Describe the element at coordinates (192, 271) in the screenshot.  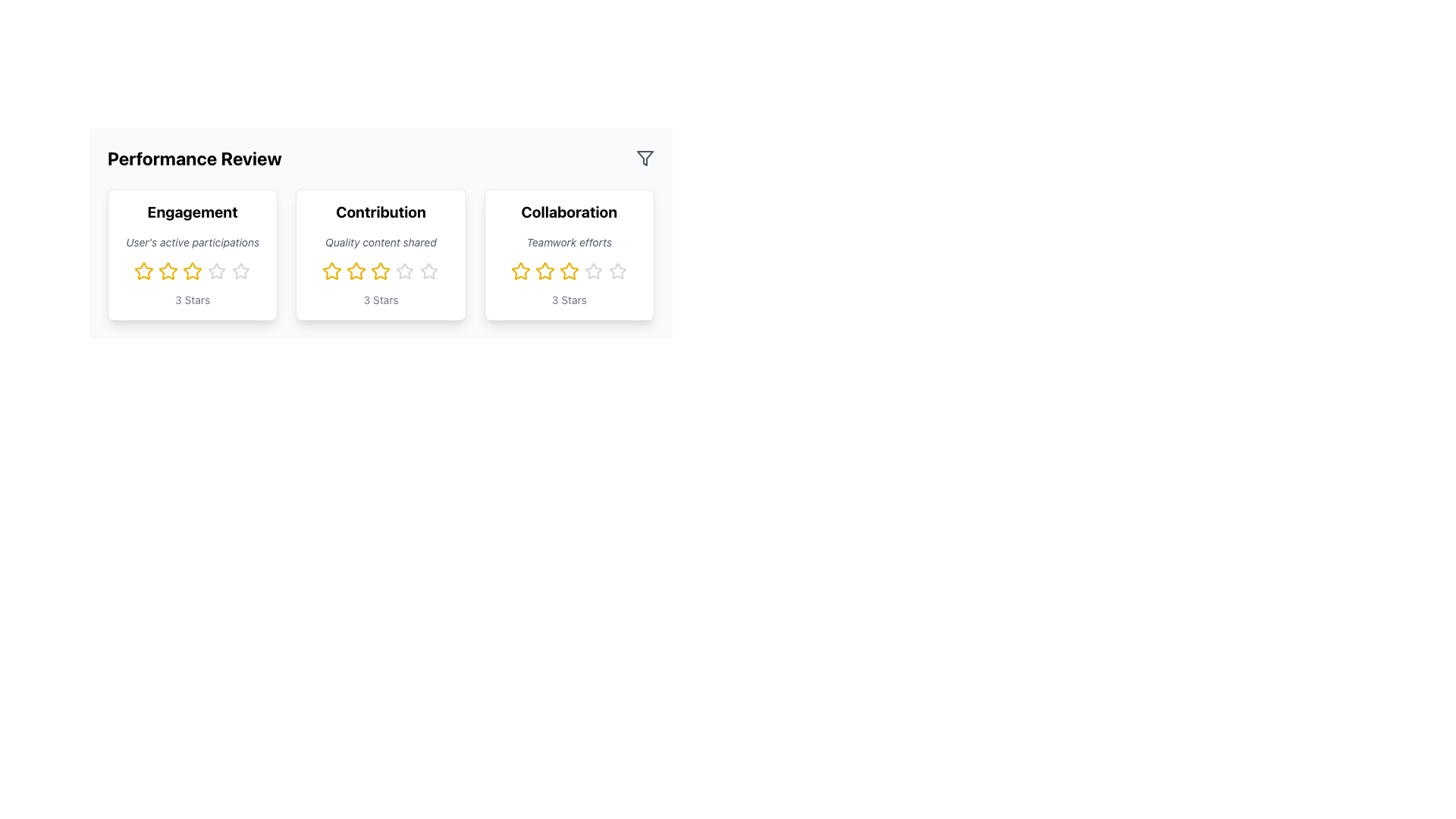
I see `the highlighted third star icon in the 5-star rating component located beneath the 'Engagement' heading` at that location.